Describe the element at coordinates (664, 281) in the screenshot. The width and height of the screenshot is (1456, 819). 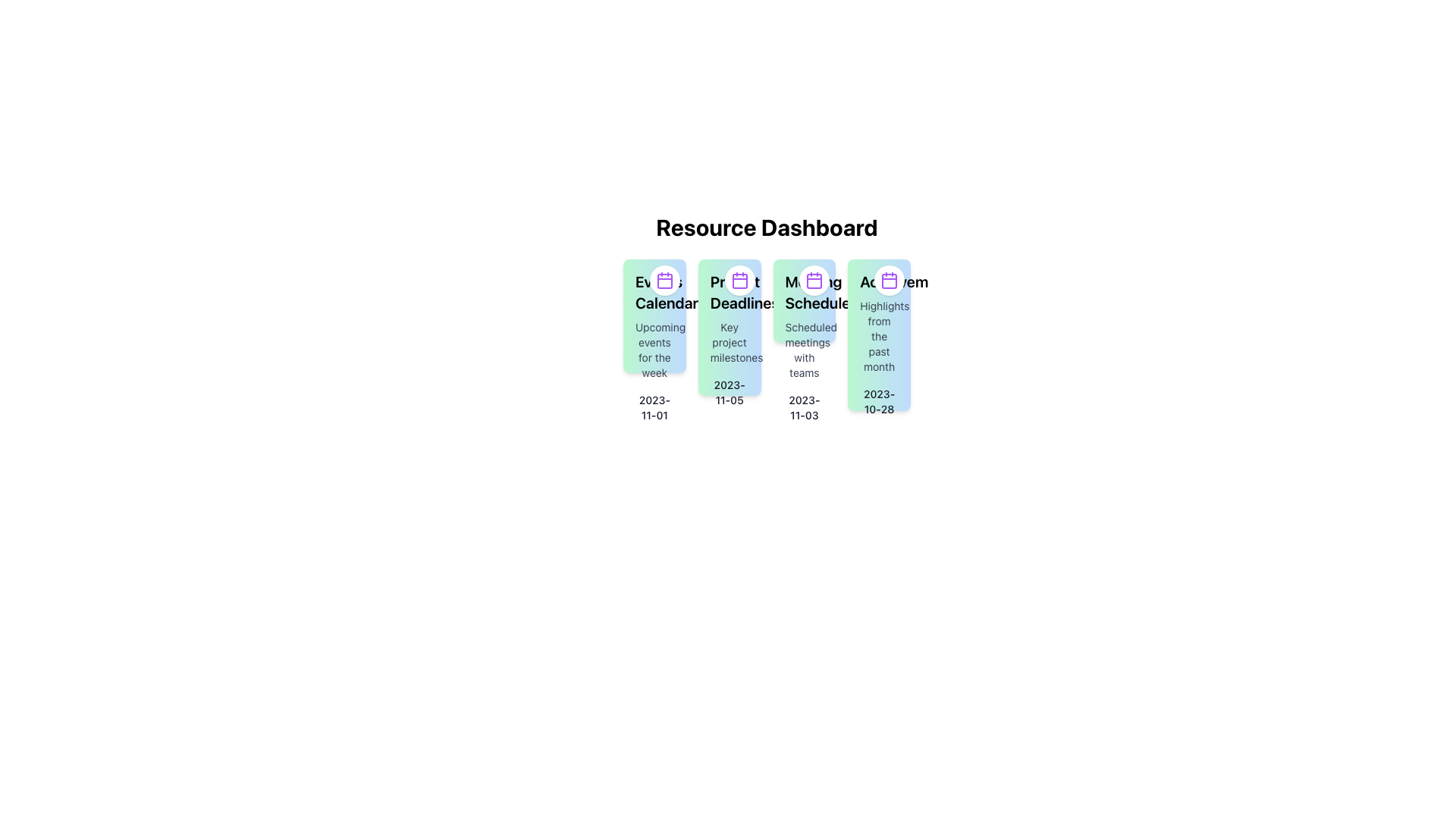
I see `the calendar icon button located in the top-right corner of the 'Events Calendar' card` at that location.